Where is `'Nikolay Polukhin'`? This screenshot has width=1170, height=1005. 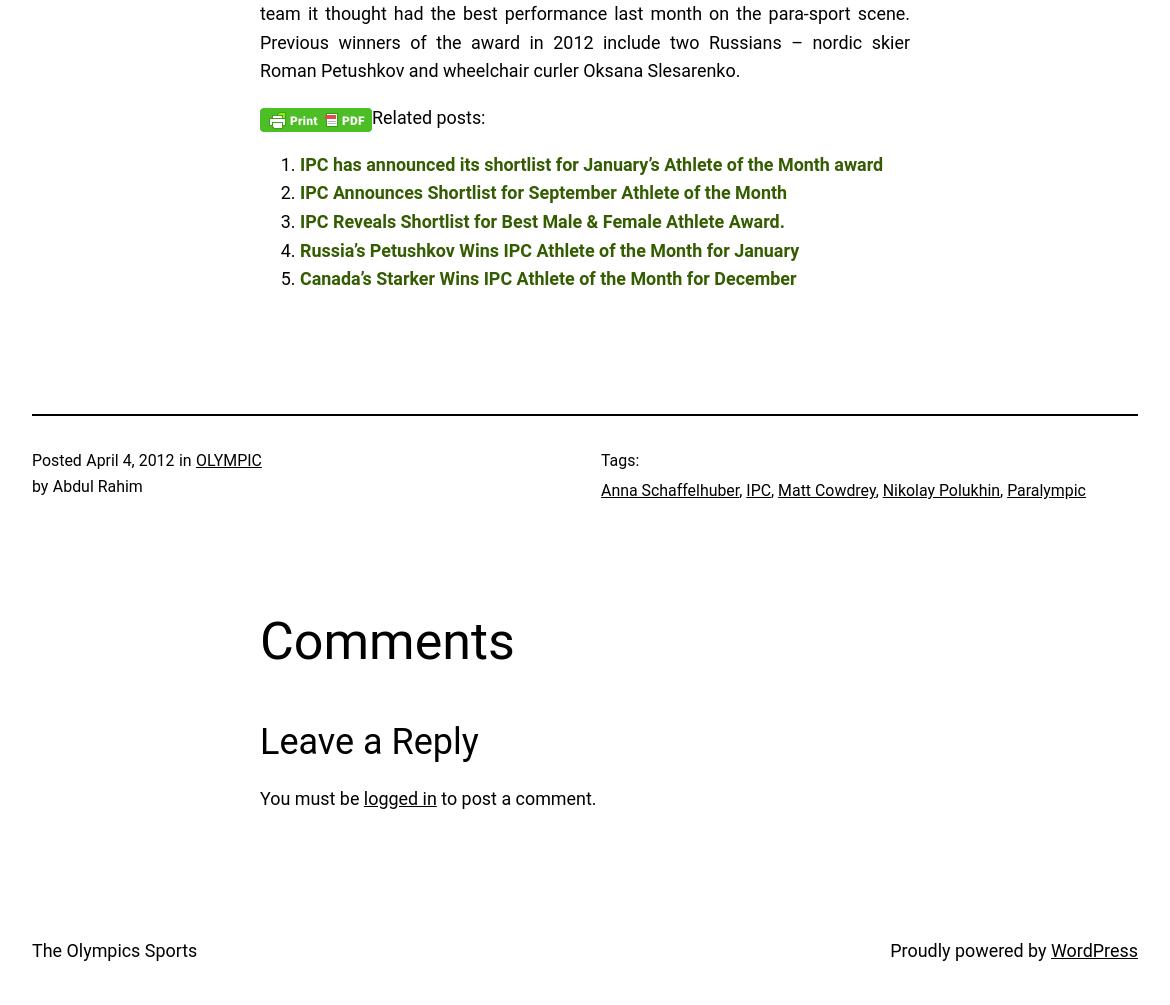
'Nikolay Polukhin' is located at coordinates (940, 490).